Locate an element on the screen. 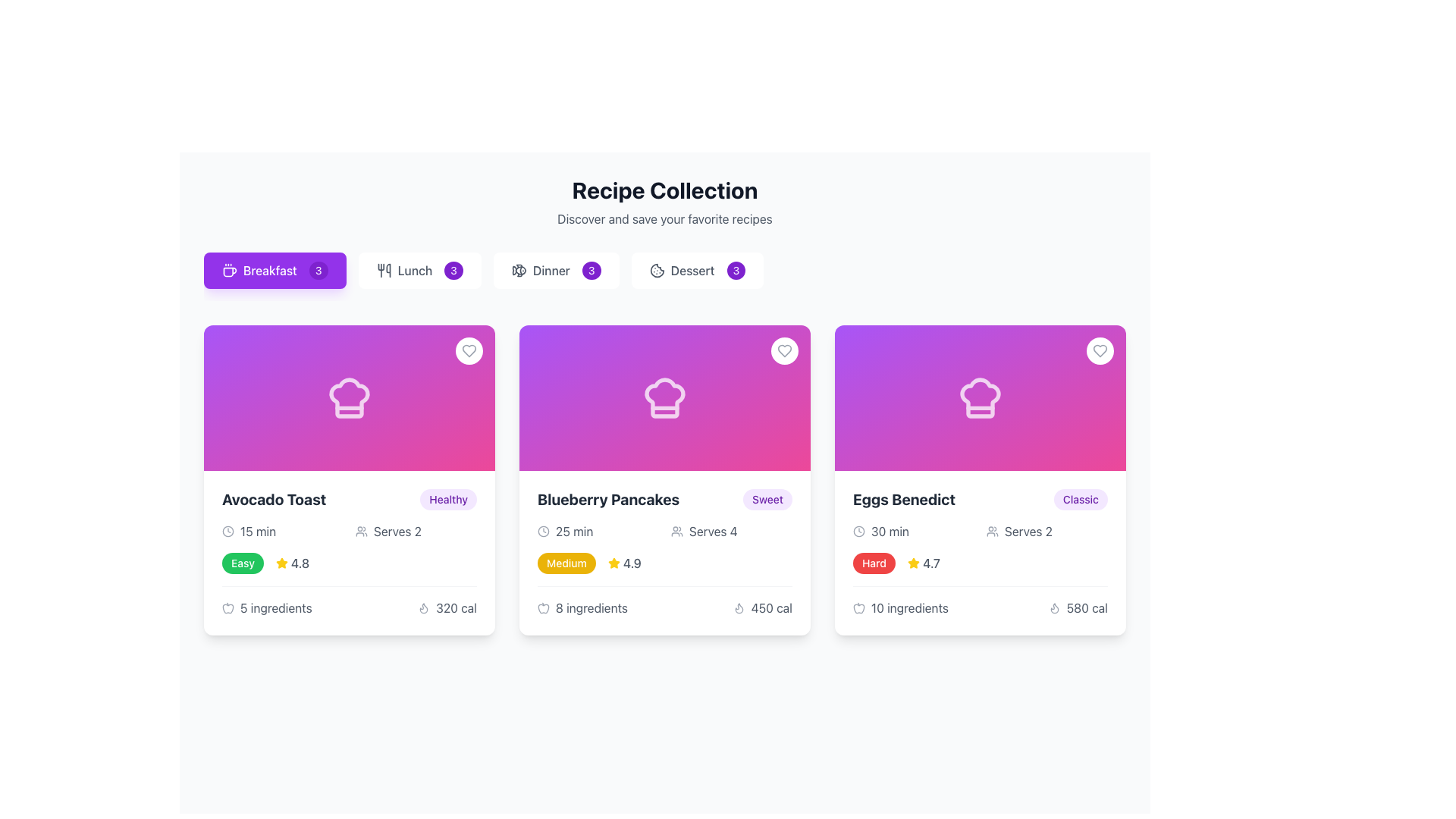 This screenshot has height=819, width=1456. the small, pill-shaped purple badge displaying the number '3', located at the upper-right corner of the 'Dessert' button in the 'Recipe Collection' is located at coordinates (736, 270).